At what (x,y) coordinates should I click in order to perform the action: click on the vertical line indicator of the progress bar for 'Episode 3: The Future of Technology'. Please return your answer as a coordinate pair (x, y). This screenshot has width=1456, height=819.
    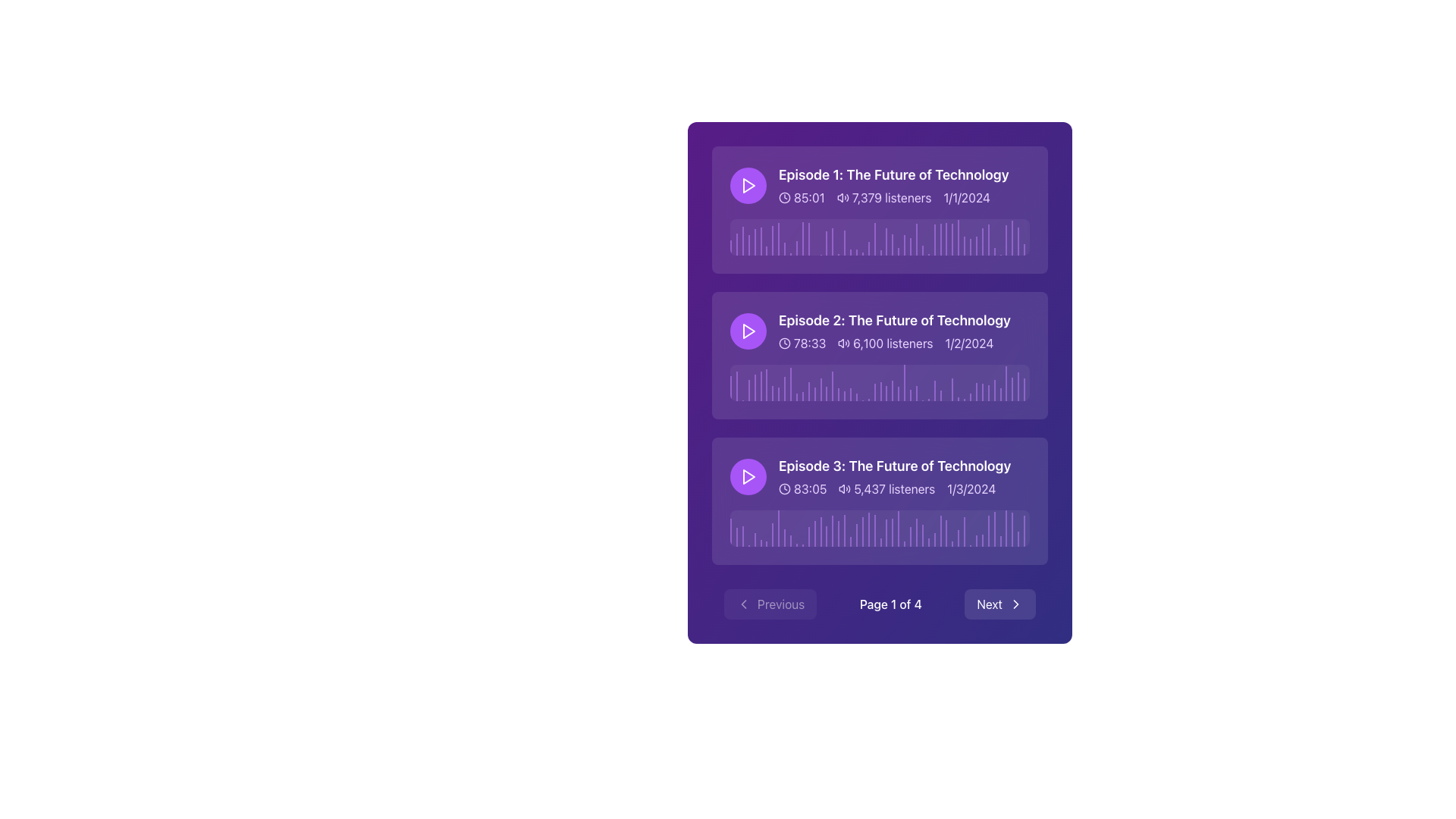
    Looking at the image, I should click on (964, 531).